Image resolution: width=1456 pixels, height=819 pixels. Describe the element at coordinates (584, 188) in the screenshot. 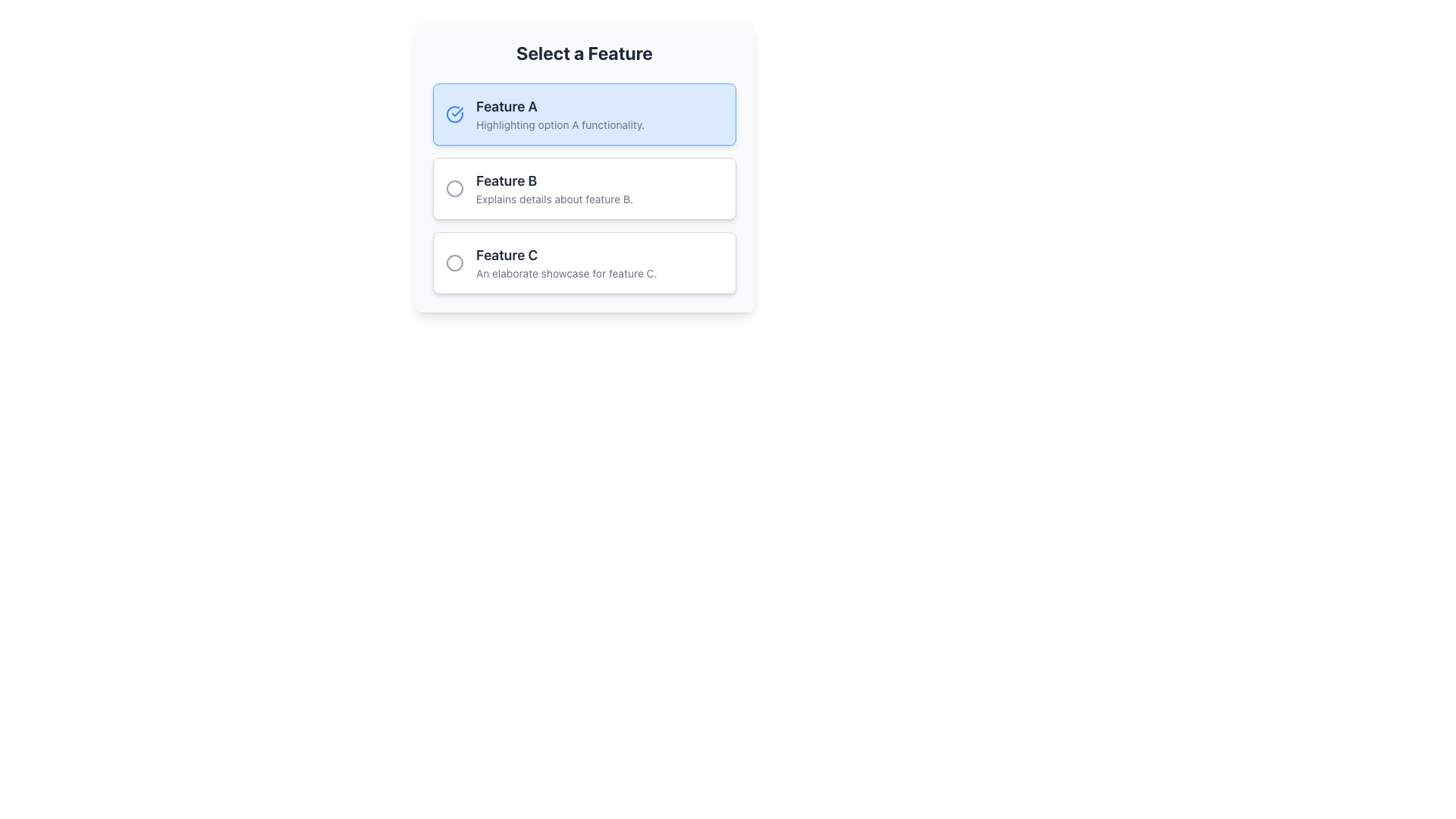

I see `the second radio button option labeled 'Feature B'` at that location.